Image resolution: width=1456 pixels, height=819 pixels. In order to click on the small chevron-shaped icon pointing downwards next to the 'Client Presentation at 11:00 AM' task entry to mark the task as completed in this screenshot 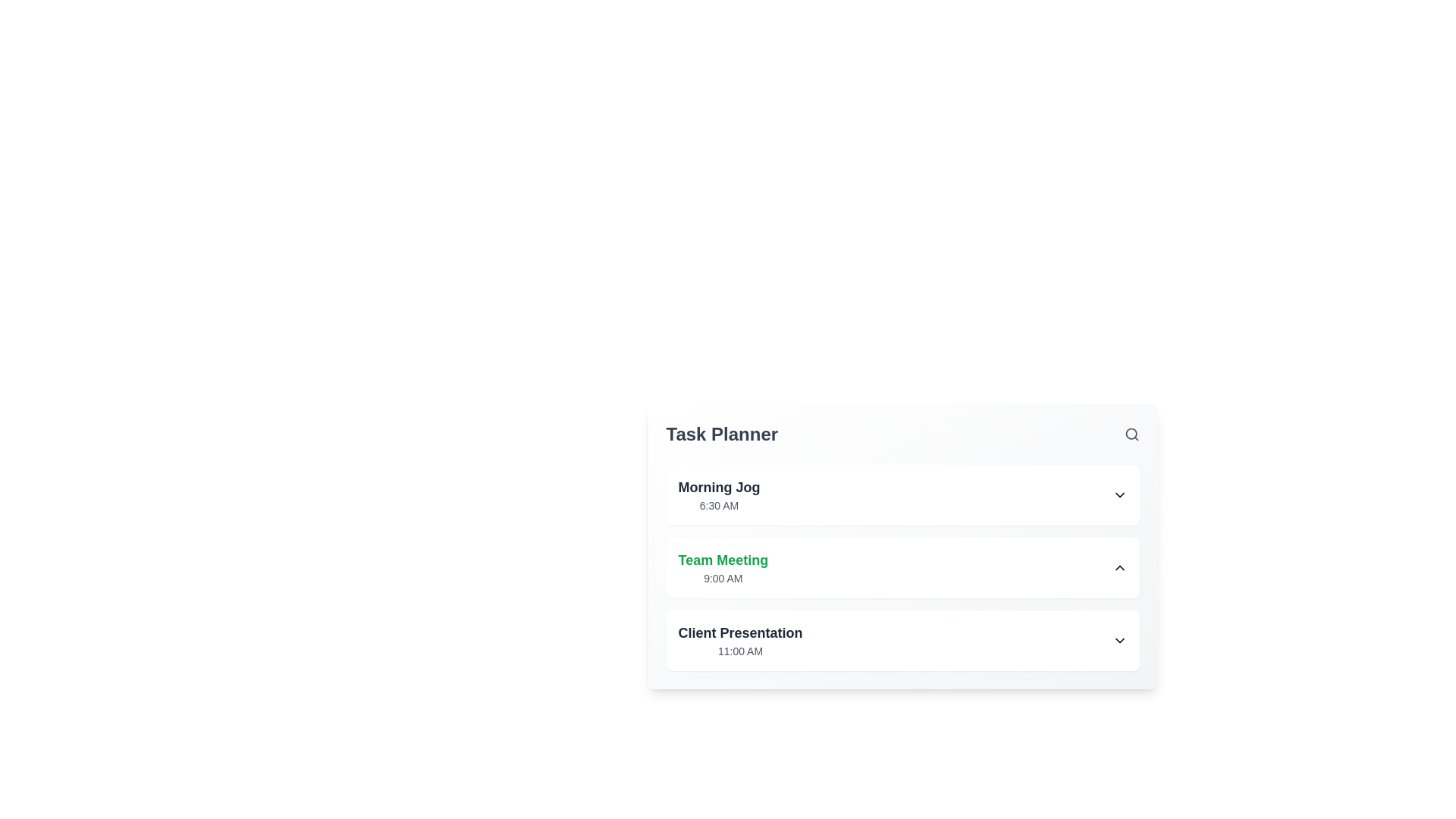, I will do `click(1119, 640)`.